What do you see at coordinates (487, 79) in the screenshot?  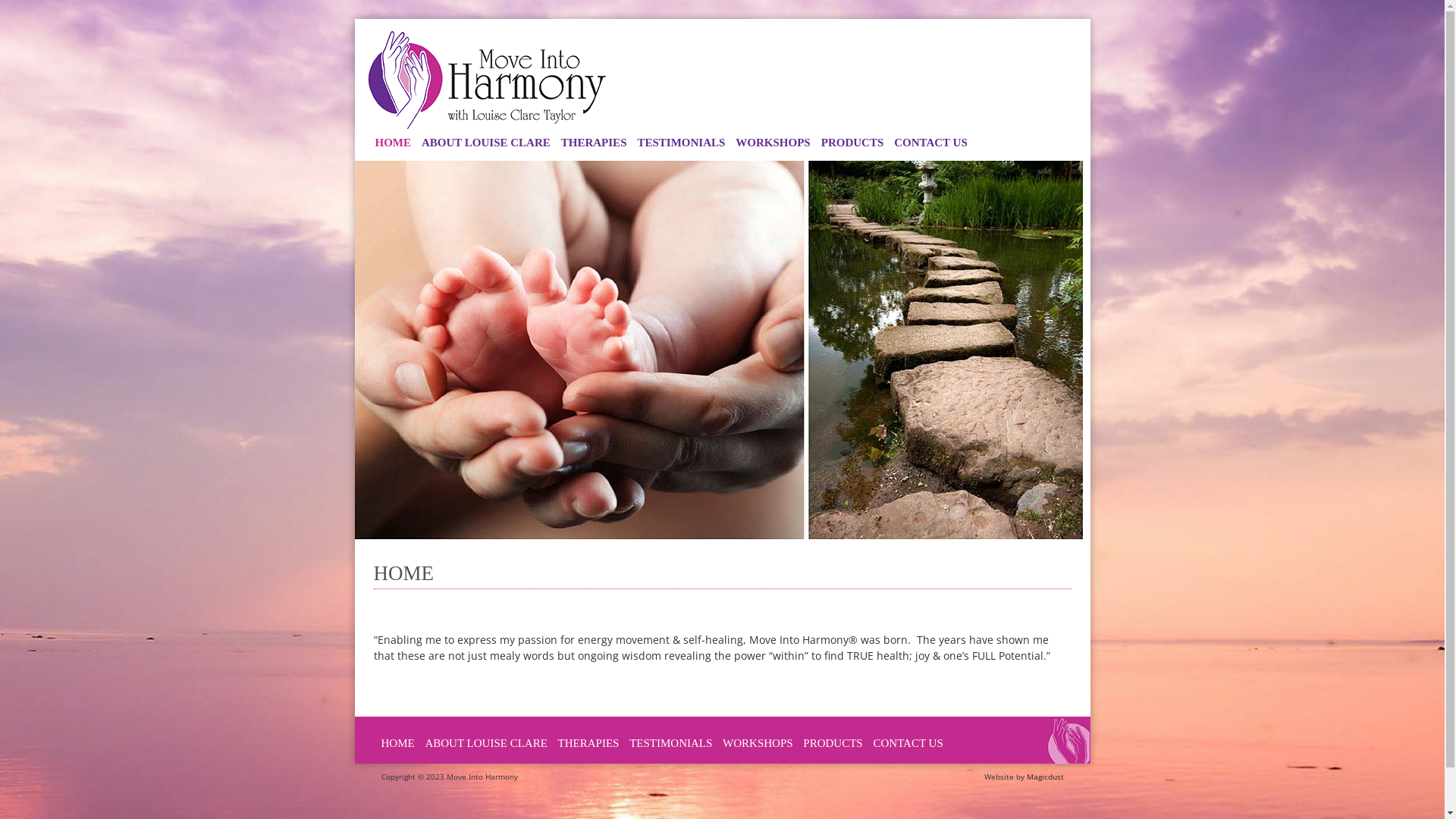 I see `'MOVE INTO HARMONY'` at bounding box center [487, 79].